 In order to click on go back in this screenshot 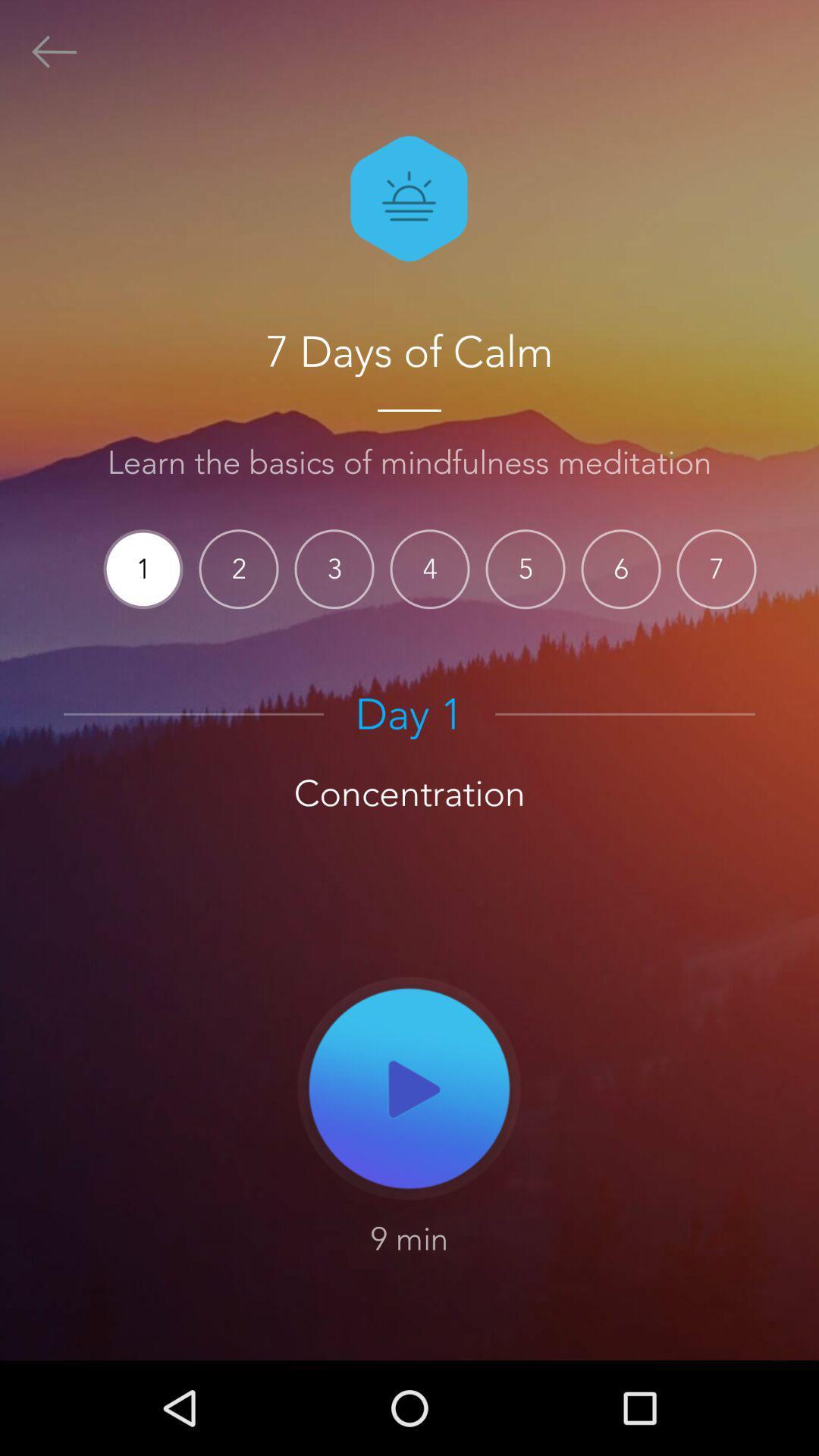, I will do `click(54, 52)`.